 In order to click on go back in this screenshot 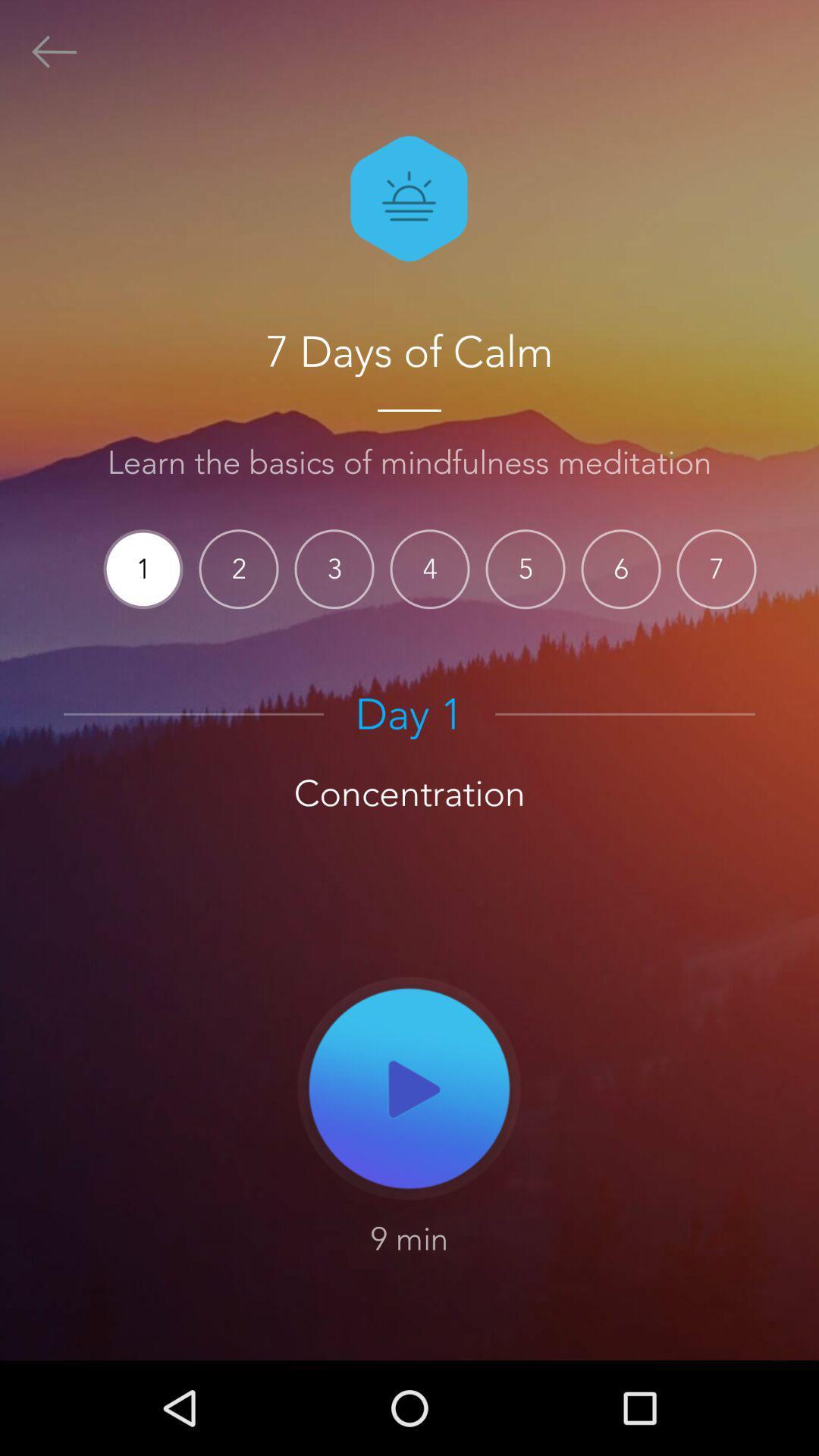, I will do `click(54, 52)`.